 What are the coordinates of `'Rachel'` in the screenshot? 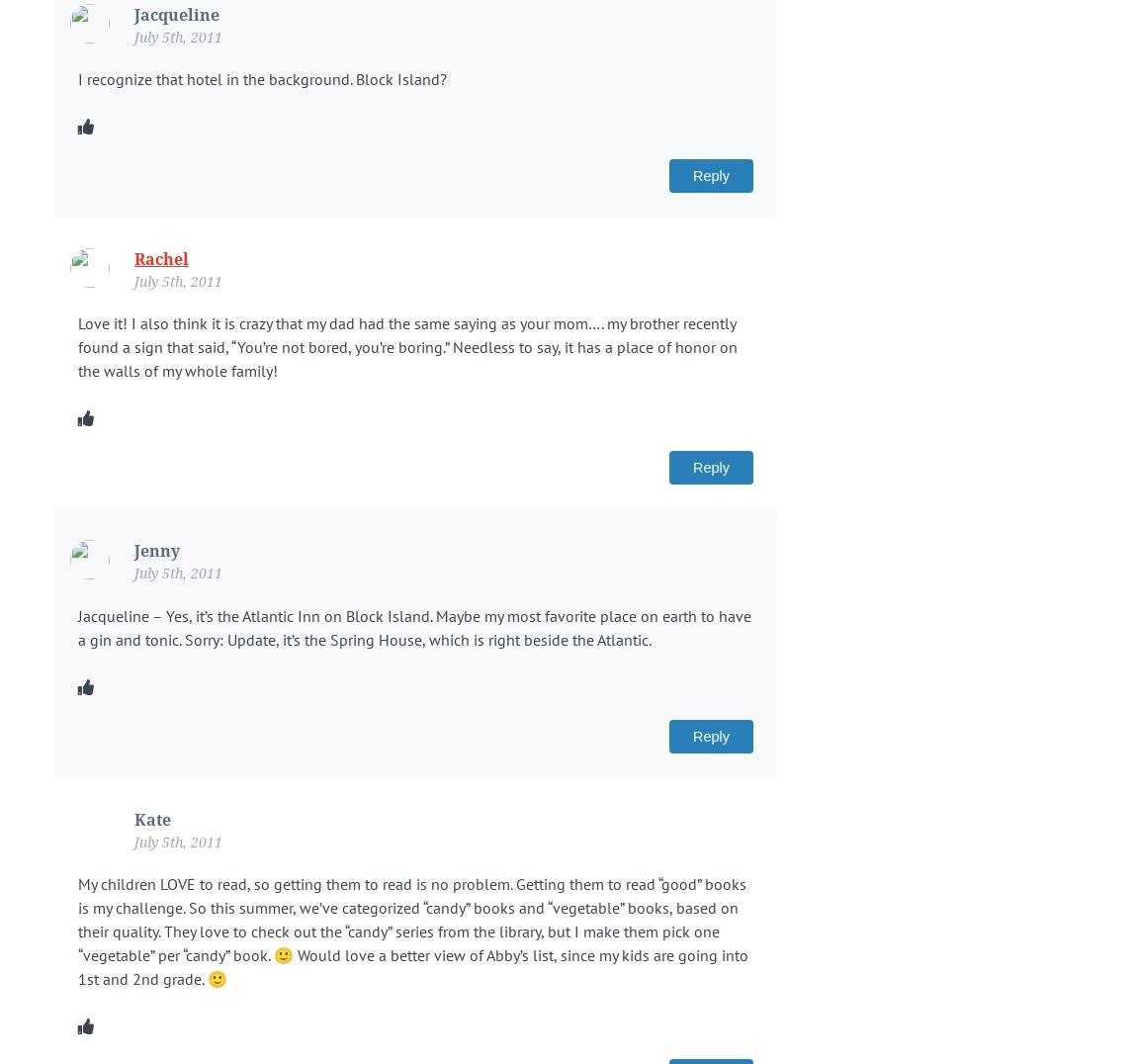 It's located at (160, 259).